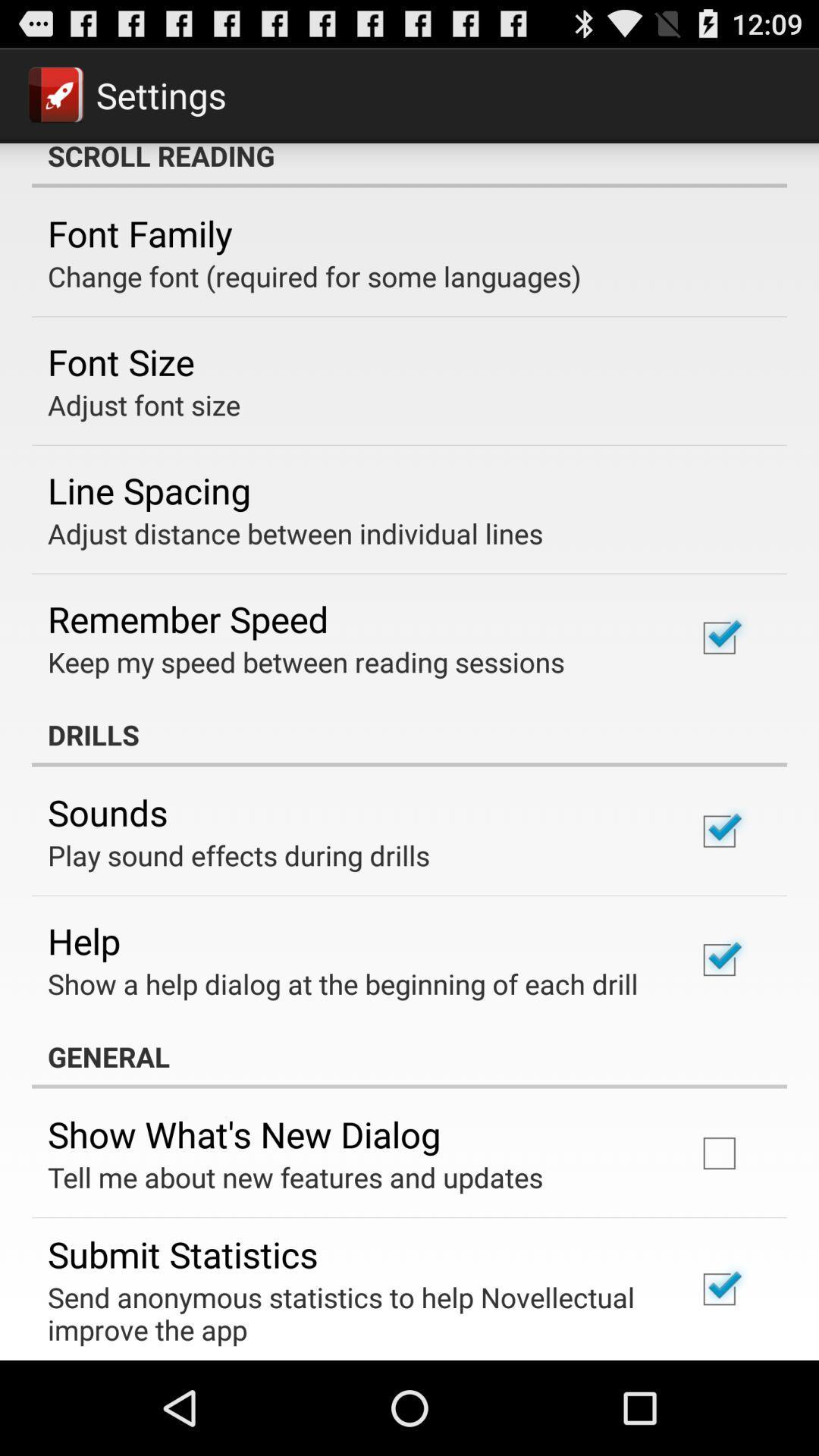  I want to click on app above tell me about item, so click(243, 1134).